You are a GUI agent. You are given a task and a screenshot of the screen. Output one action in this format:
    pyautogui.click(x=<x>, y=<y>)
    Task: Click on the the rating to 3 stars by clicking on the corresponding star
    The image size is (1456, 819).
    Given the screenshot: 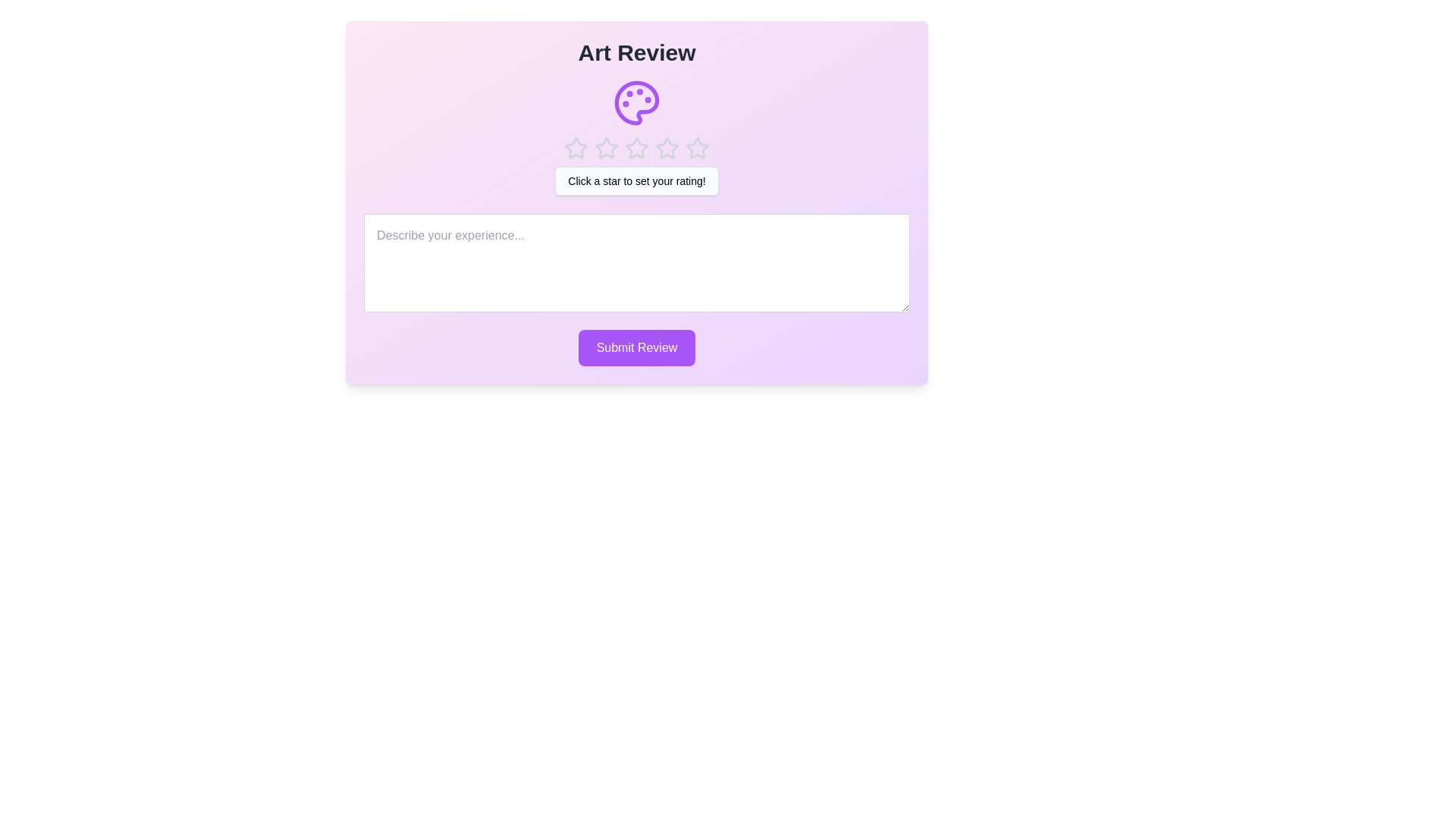 What is the action you would take?
    pyautogui.click(x=637, y=149)
    